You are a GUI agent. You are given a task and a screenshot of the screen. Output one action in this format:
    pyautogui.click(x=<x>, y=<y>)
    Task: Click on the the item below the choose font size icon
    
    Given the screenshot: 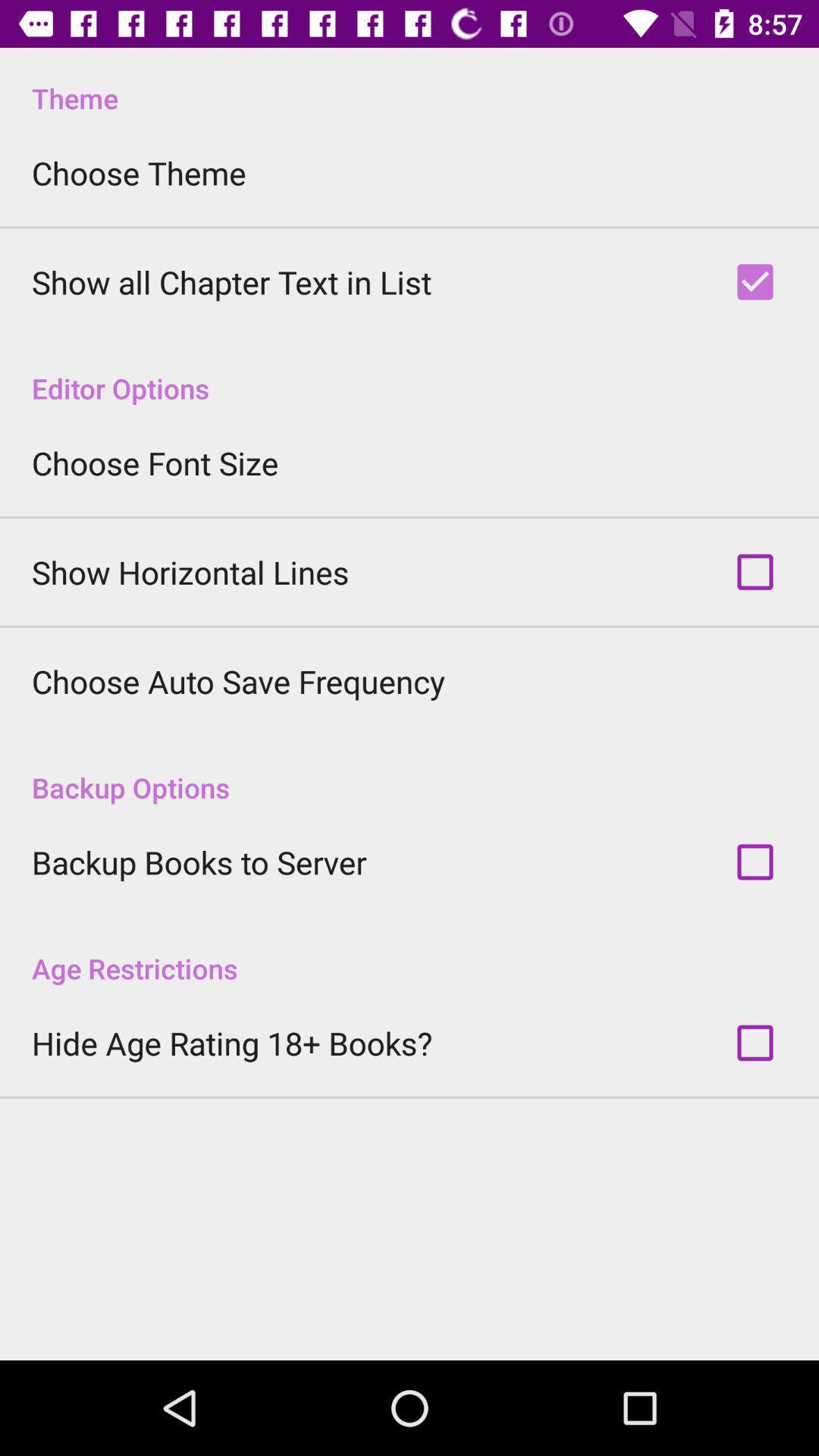 What is the action you would take?
    pyautogui.click(x=190, y=571)
    